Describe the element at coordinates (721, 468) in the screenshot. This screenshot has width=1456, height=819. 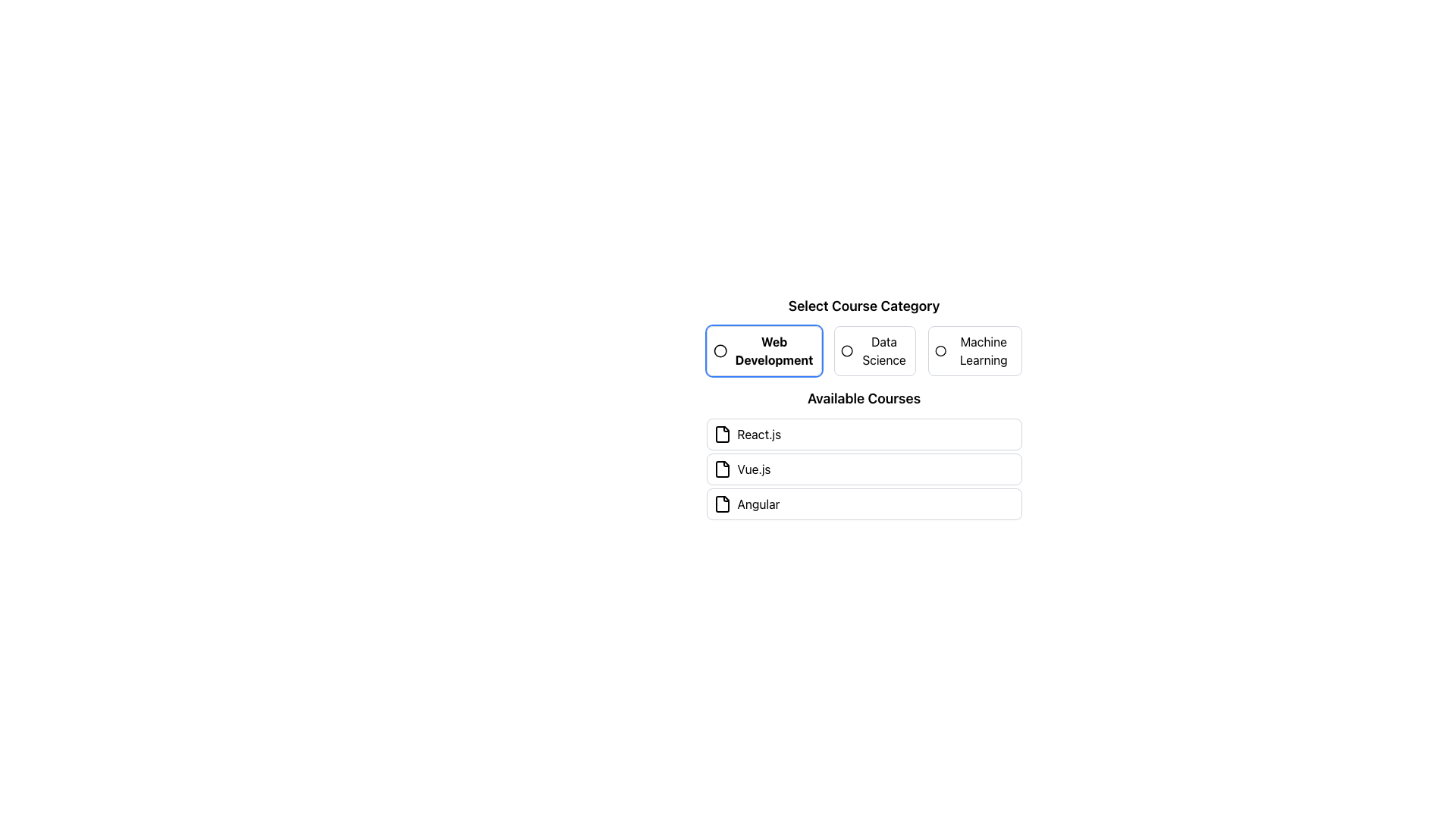
I see `the document icon located to the left of the 'Vue.js' text label in the list of available courses` at that location.